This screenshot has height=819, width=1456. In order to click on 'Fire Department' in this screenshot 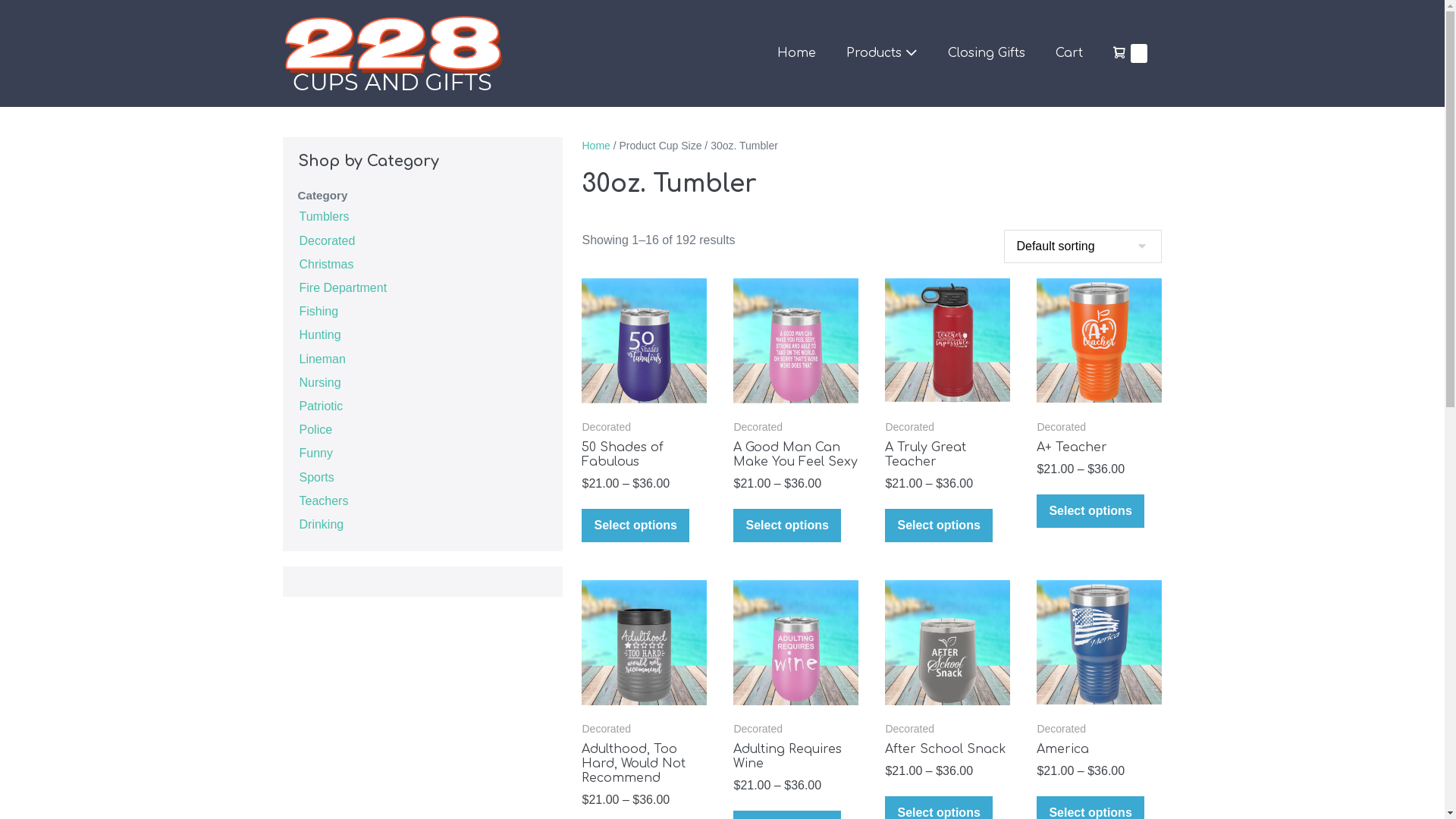, I will do `click(341, 287)`.